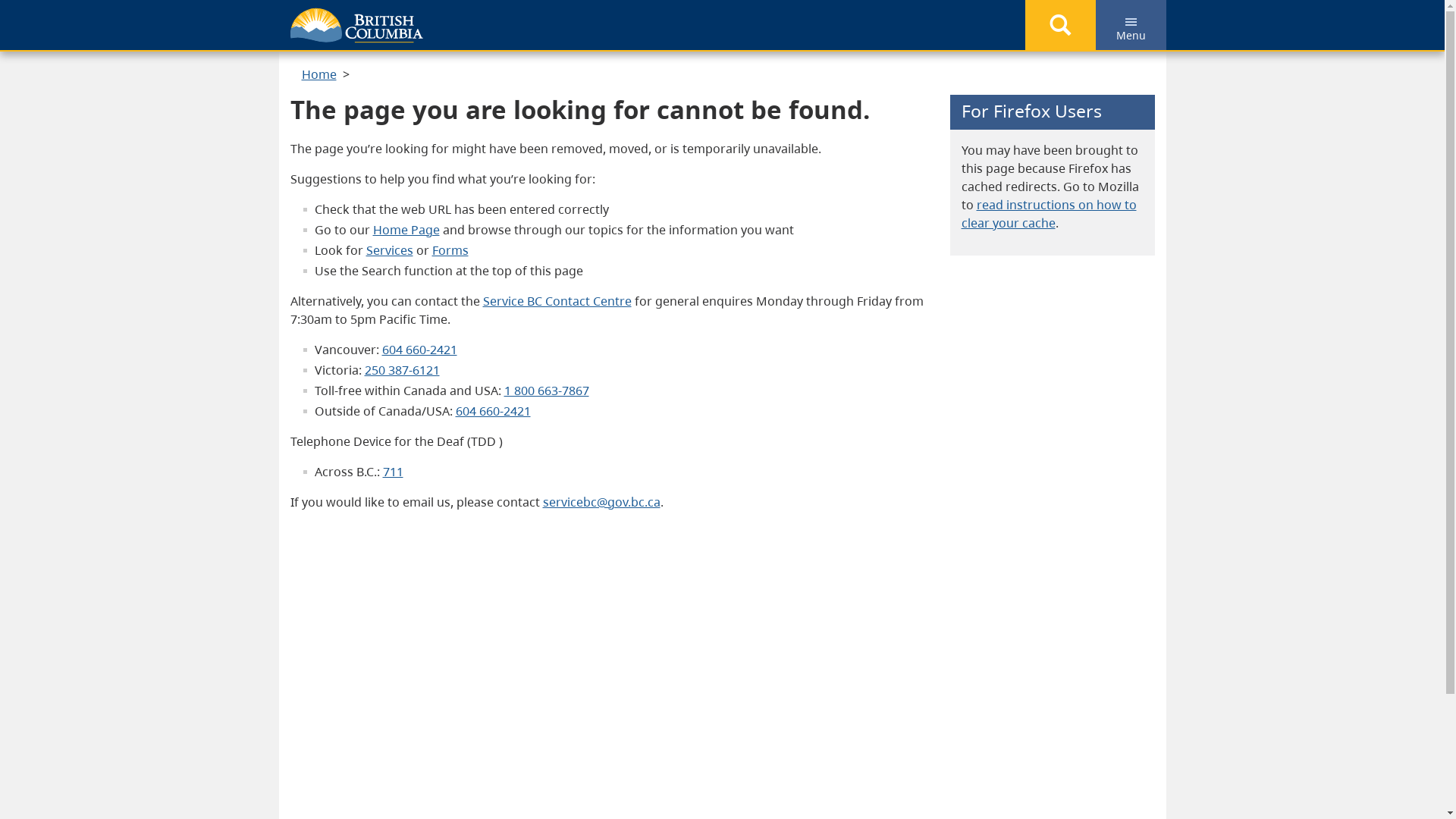 The height and width of the screenshot is (819, 1456). Describe the element at coordinates (290, 25) in the screenshot. I see `'Government of B.C.'` at that location.